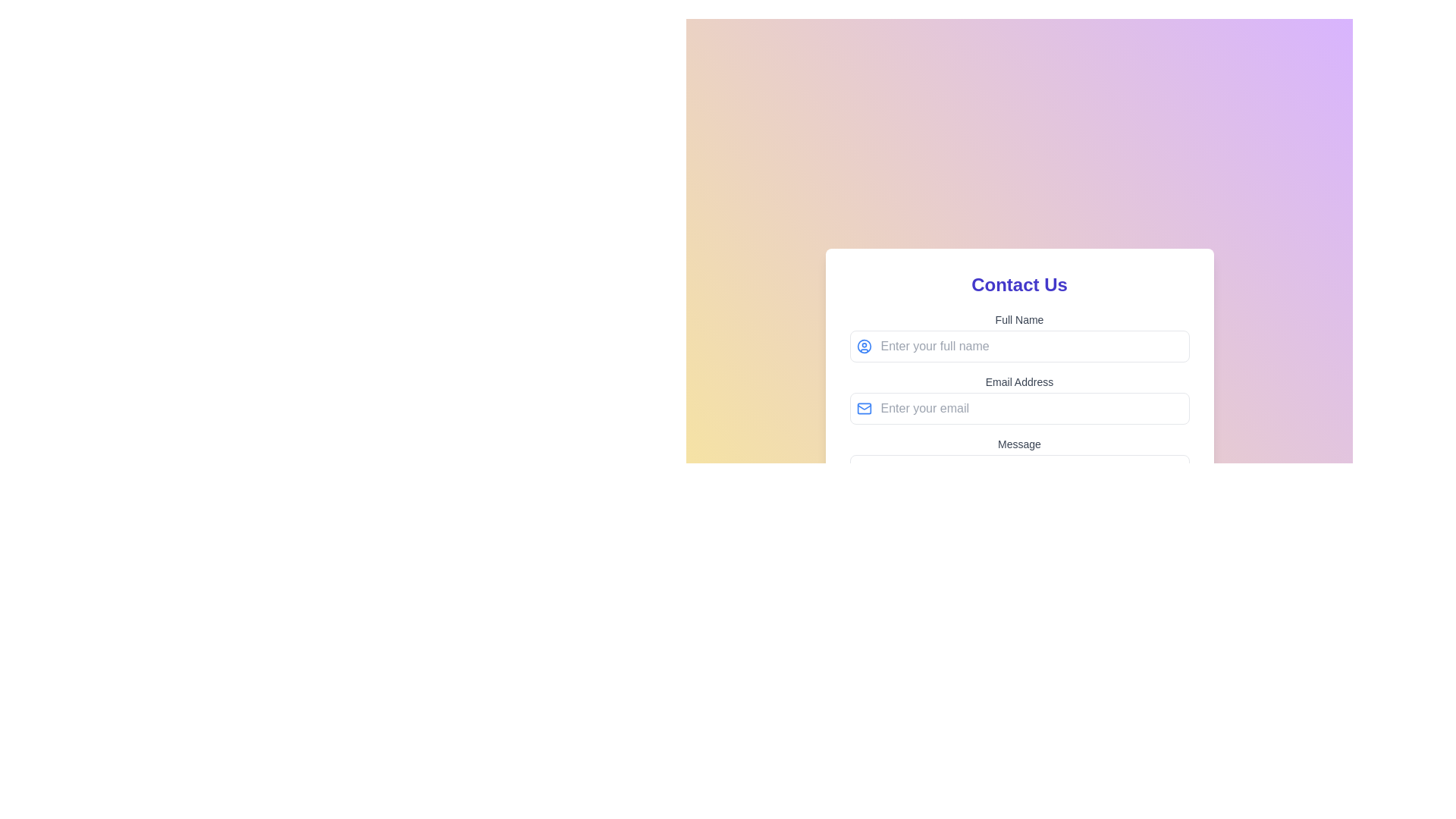  Describe the element at coordinates (1019, 444) in the screenshot. I see `the 'Message' text label, which is styled in a medium-weight font and is positioned directly above the 'Message' text input box, centered horizontally in the form layout` at that location.